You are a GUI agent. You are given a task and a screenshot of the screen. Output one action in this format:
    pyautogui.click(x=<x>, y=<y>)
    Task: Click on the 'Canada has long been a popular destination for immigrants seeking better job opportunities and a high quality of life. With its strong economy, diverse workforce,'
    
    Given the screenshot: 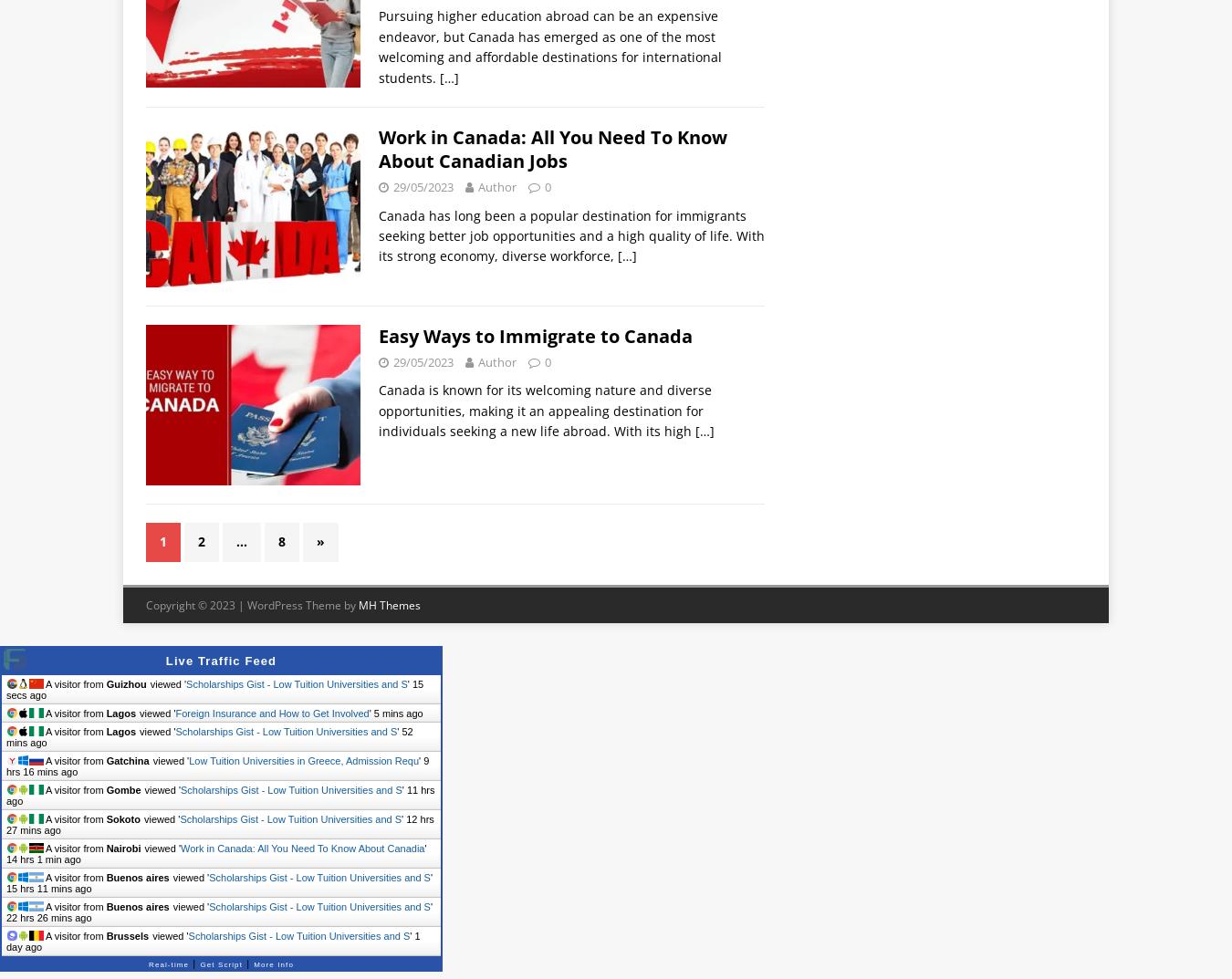 What is the action you would take?
    pyautogui.click(x=571, y=234)
    